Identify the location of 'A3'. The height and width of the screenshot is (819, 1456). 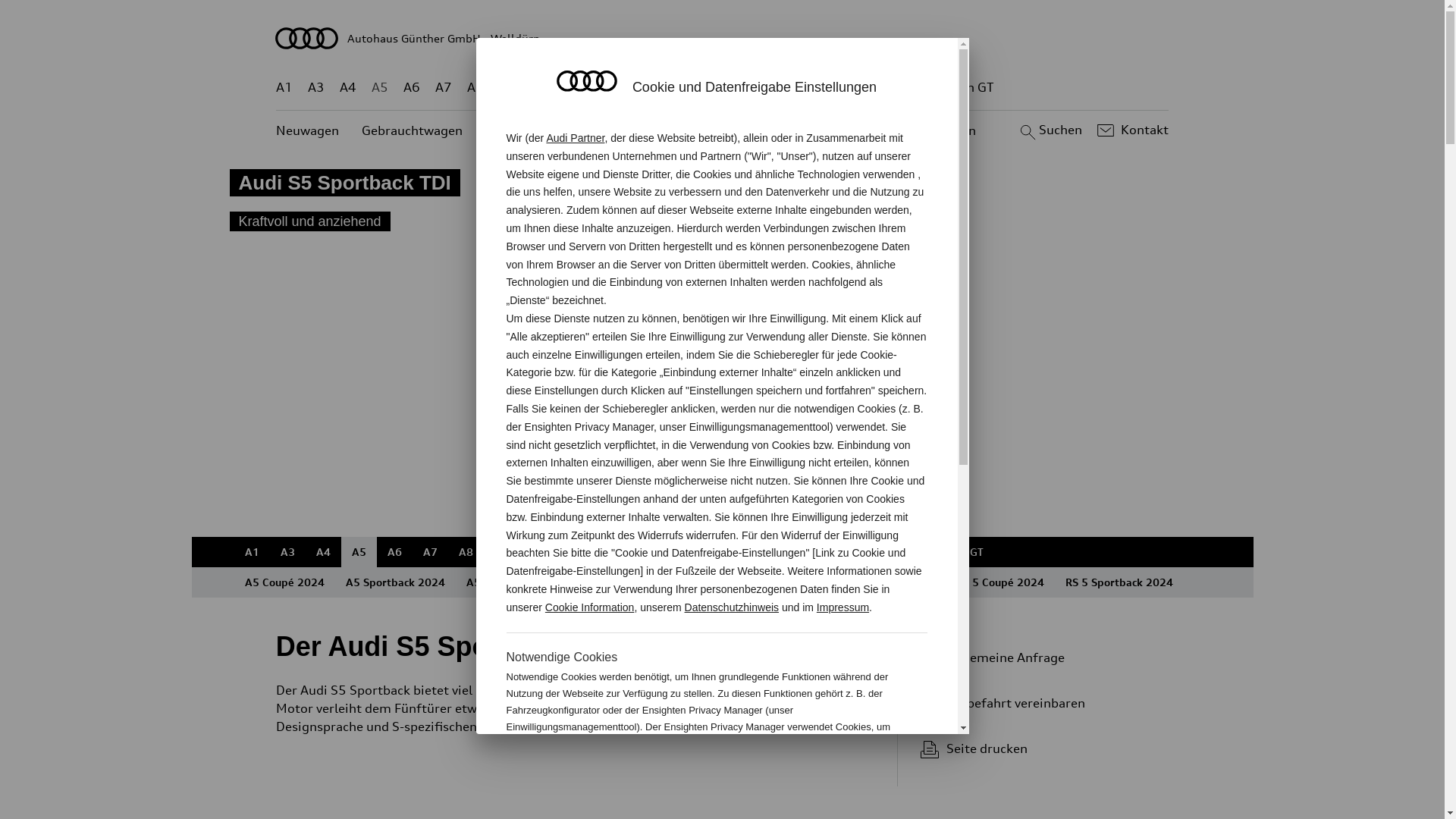
(287, 552).